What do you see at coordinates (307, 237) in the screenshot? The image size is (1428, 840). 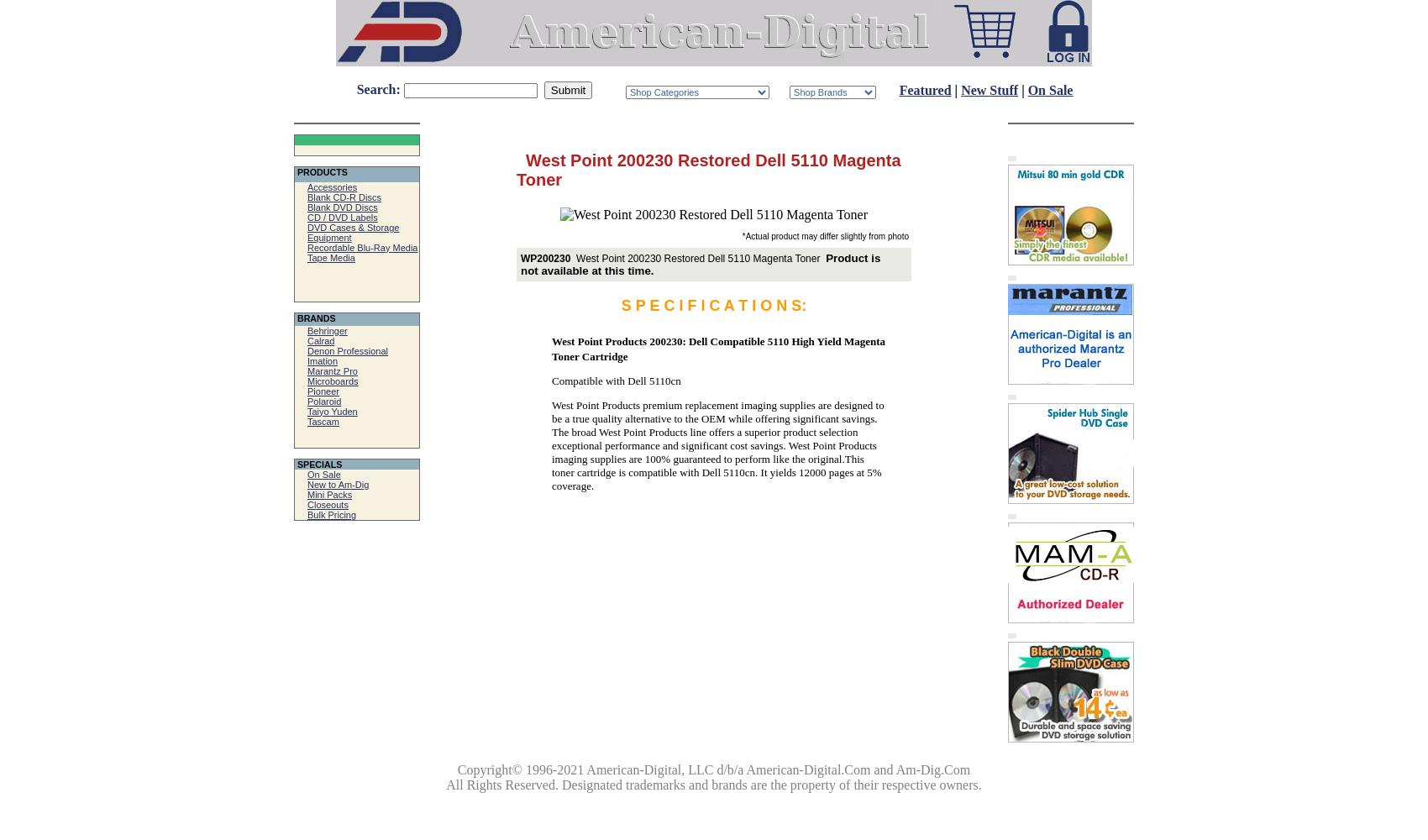 I see `'Equipment'` at bounding box center [307, 237].